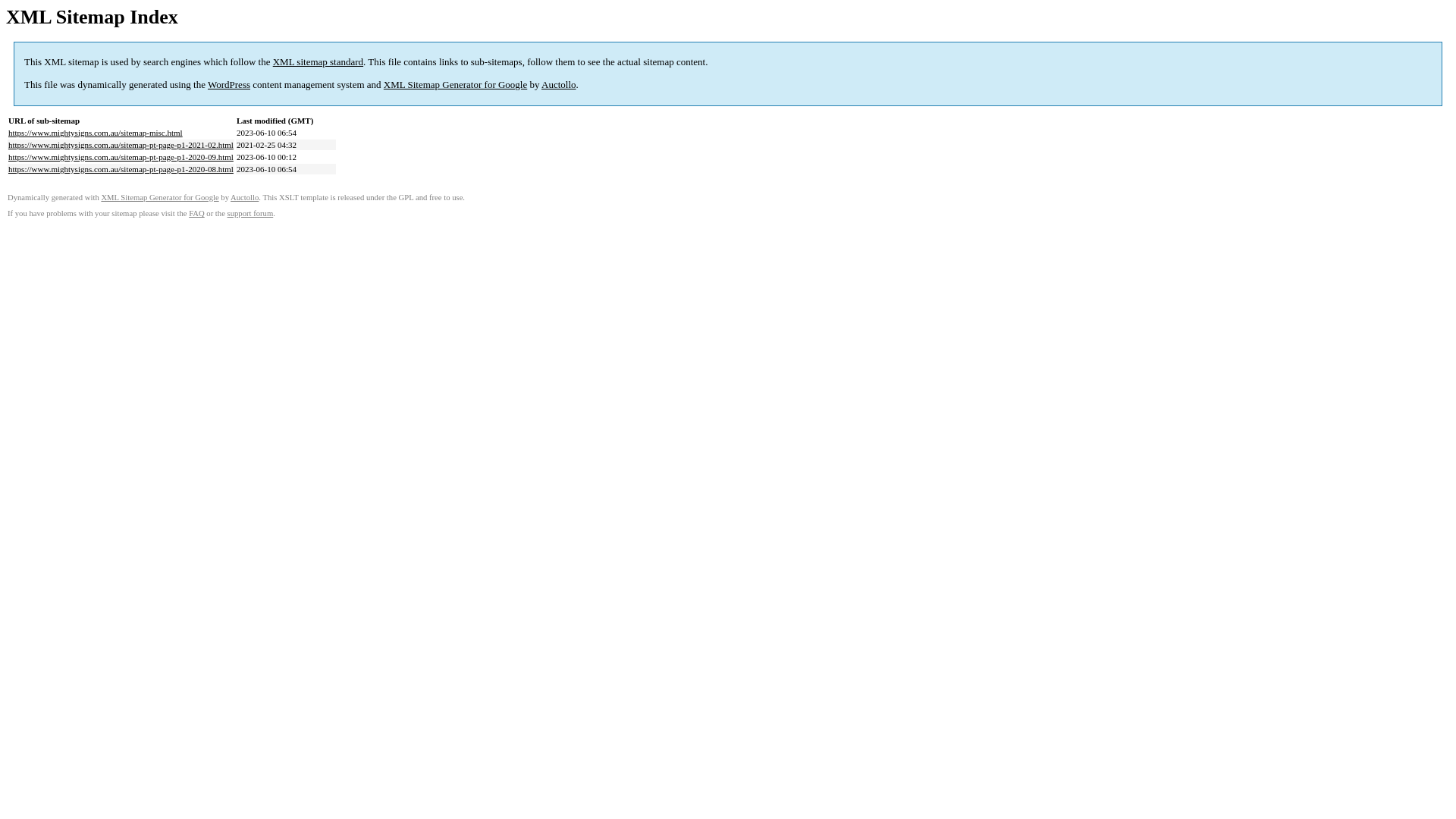 The image size is (1456, 819). I want to click on 'Auctollo', so click(244, 196).